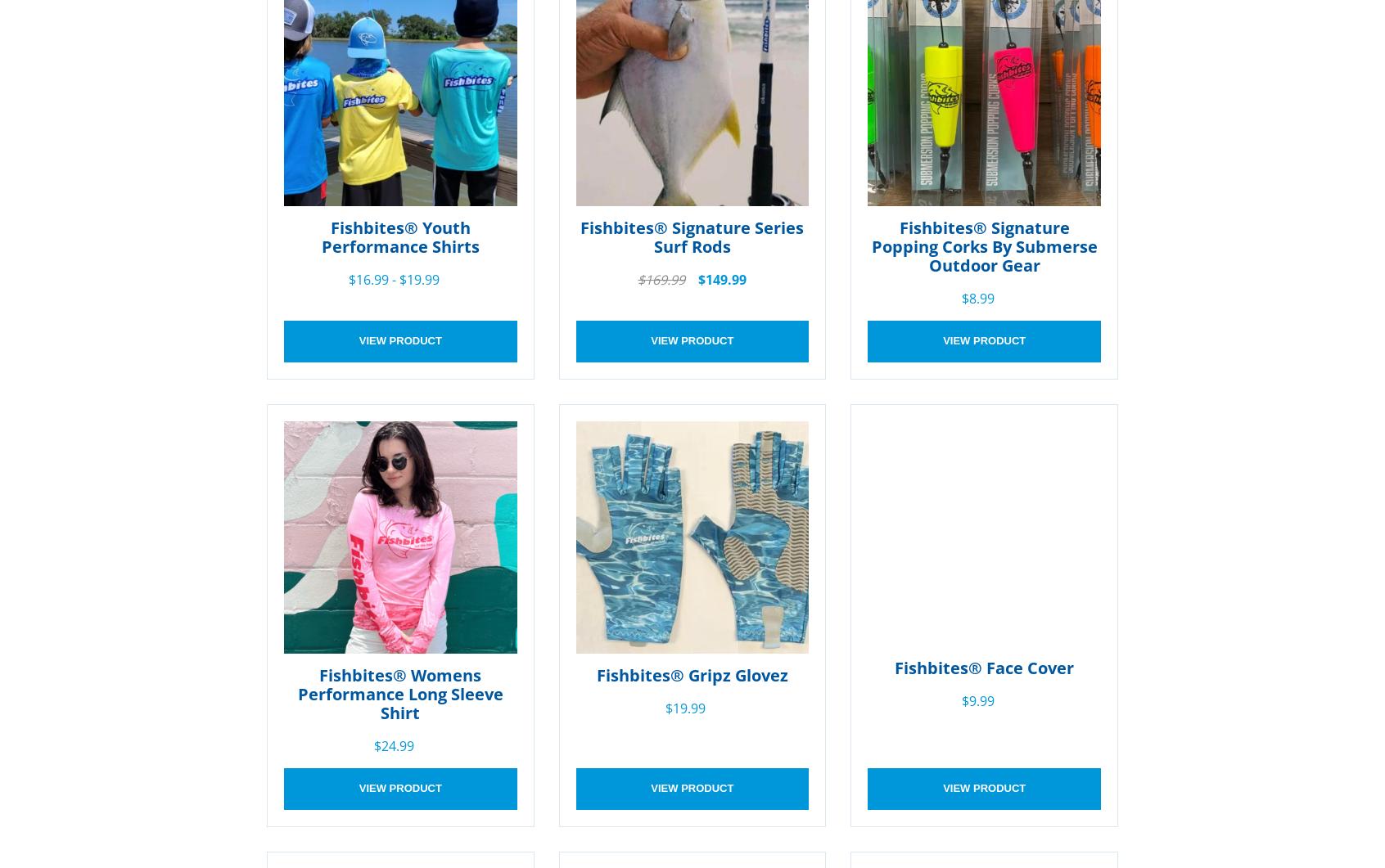 Image resolution: width=1385 pixels, height=868 pixels. What do you see at coordinates (692, 236) in the screenshot?
I see `'Fishbites® Signature Series Surf Rods'` at bounding box center [692, 236].